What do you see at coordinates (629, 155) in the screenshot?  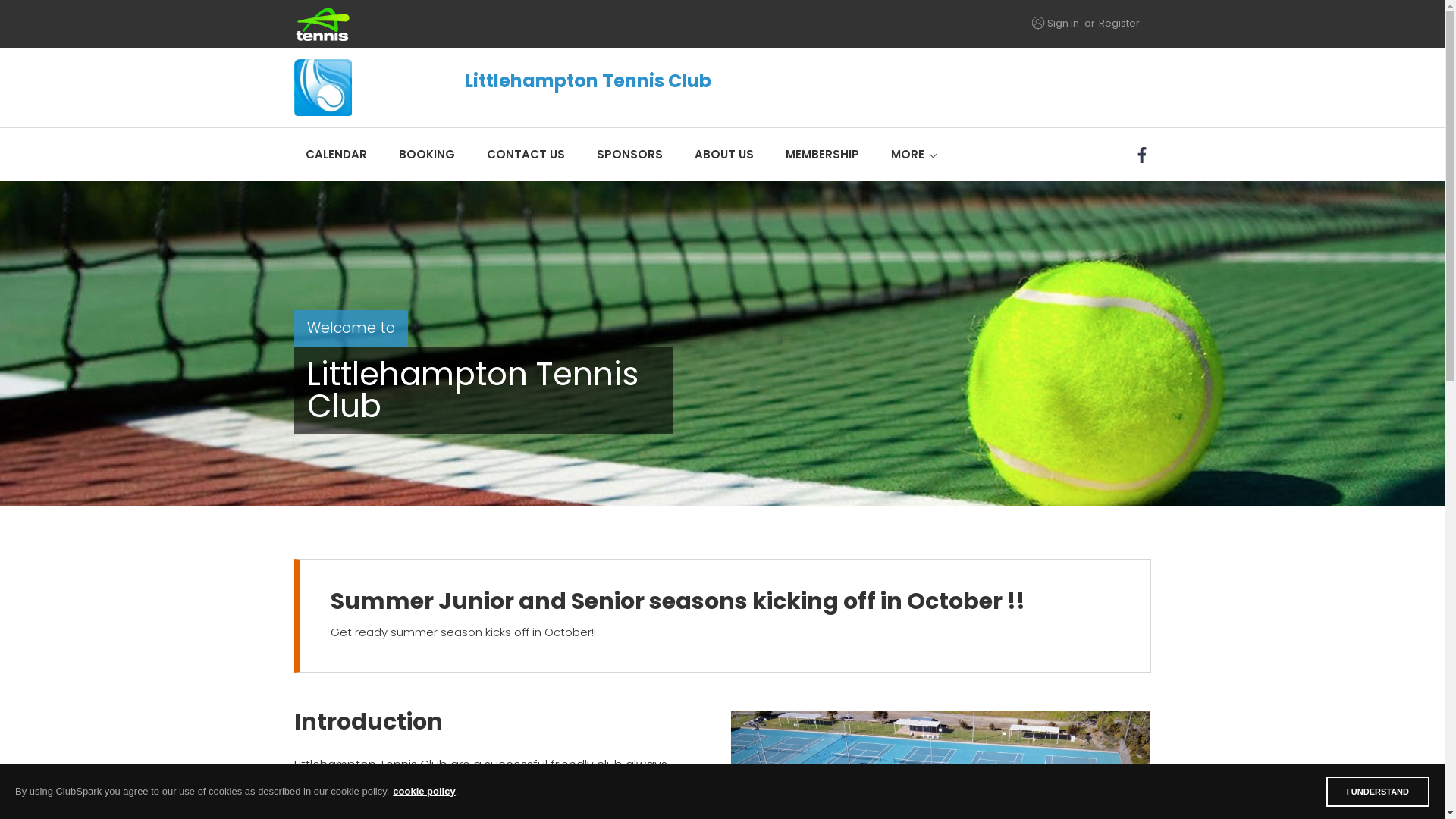 I see `'SPONSORS'` at bounding box center [629, 155].